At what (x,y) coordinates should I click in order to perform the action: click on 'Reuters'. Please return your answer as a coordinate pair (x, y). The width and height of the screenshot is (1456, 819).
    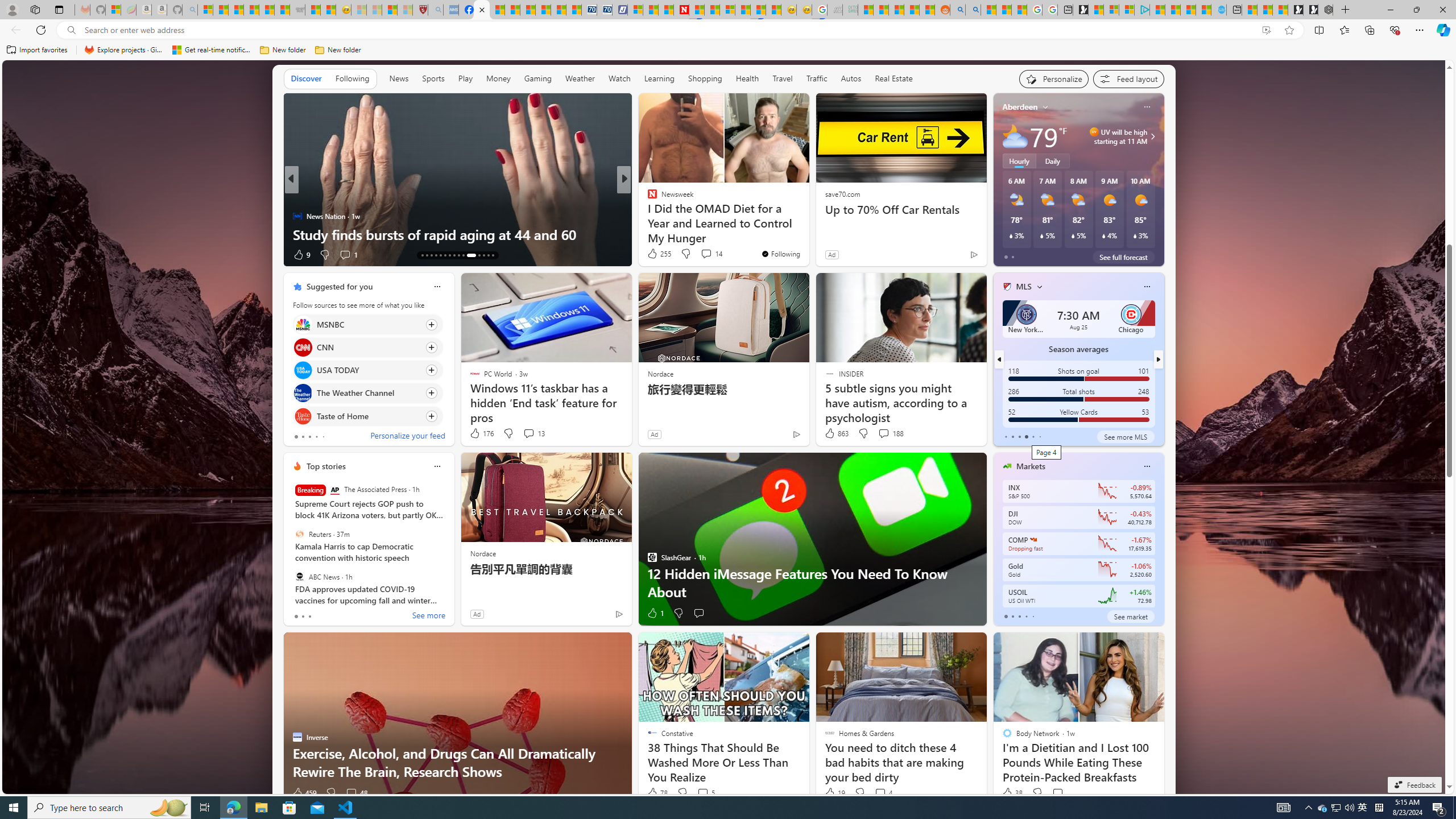
    Looking at the image, I should click on (299, 533).